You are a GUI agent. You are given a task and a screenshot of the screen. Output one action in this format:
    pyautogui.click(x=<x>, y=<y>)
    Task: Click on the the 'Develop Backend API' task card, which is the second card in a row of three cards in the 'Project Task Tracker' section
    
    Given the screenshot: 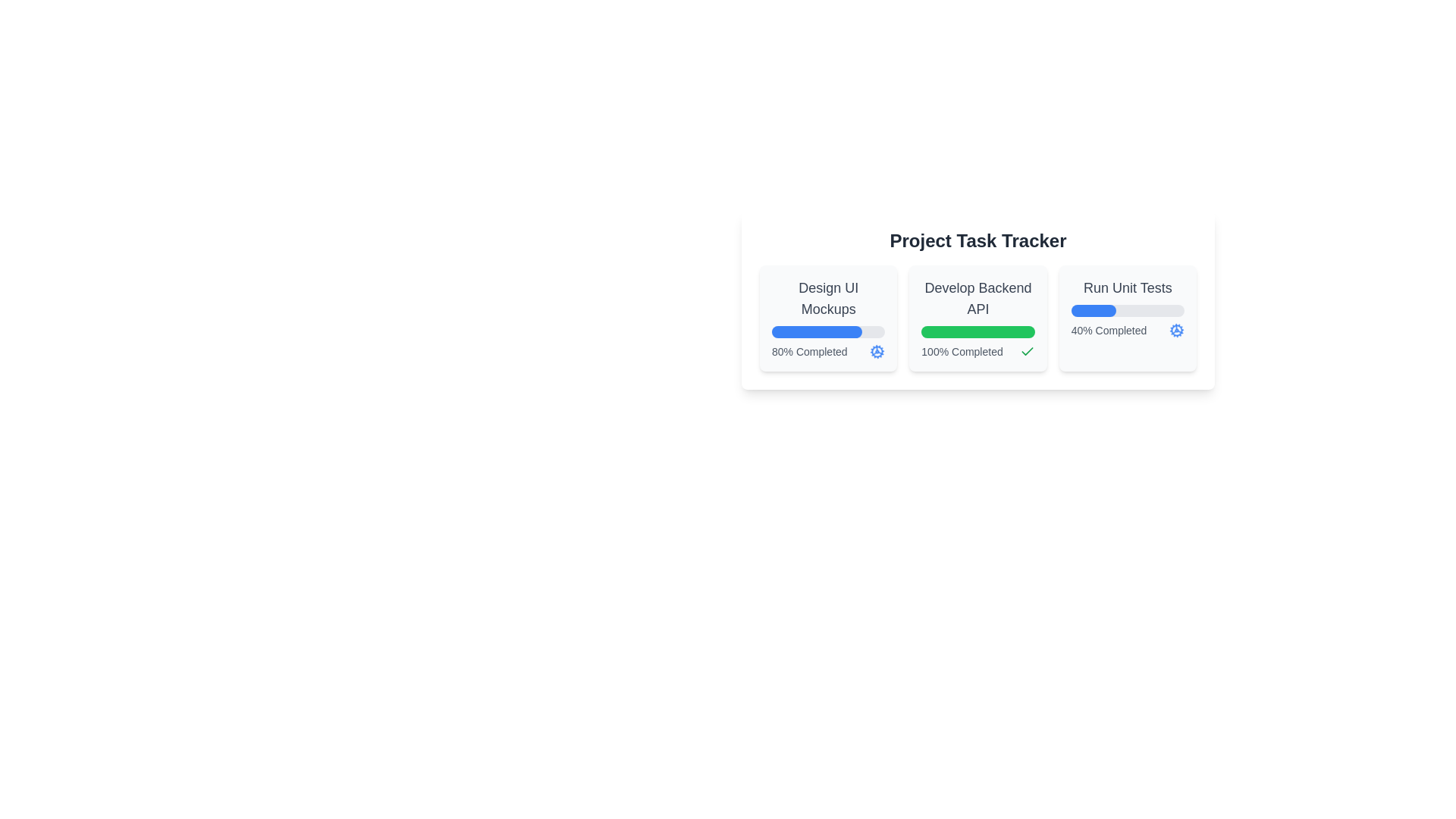 What is the action you would take?
    pyautogui.click(x=978, y=300)
    